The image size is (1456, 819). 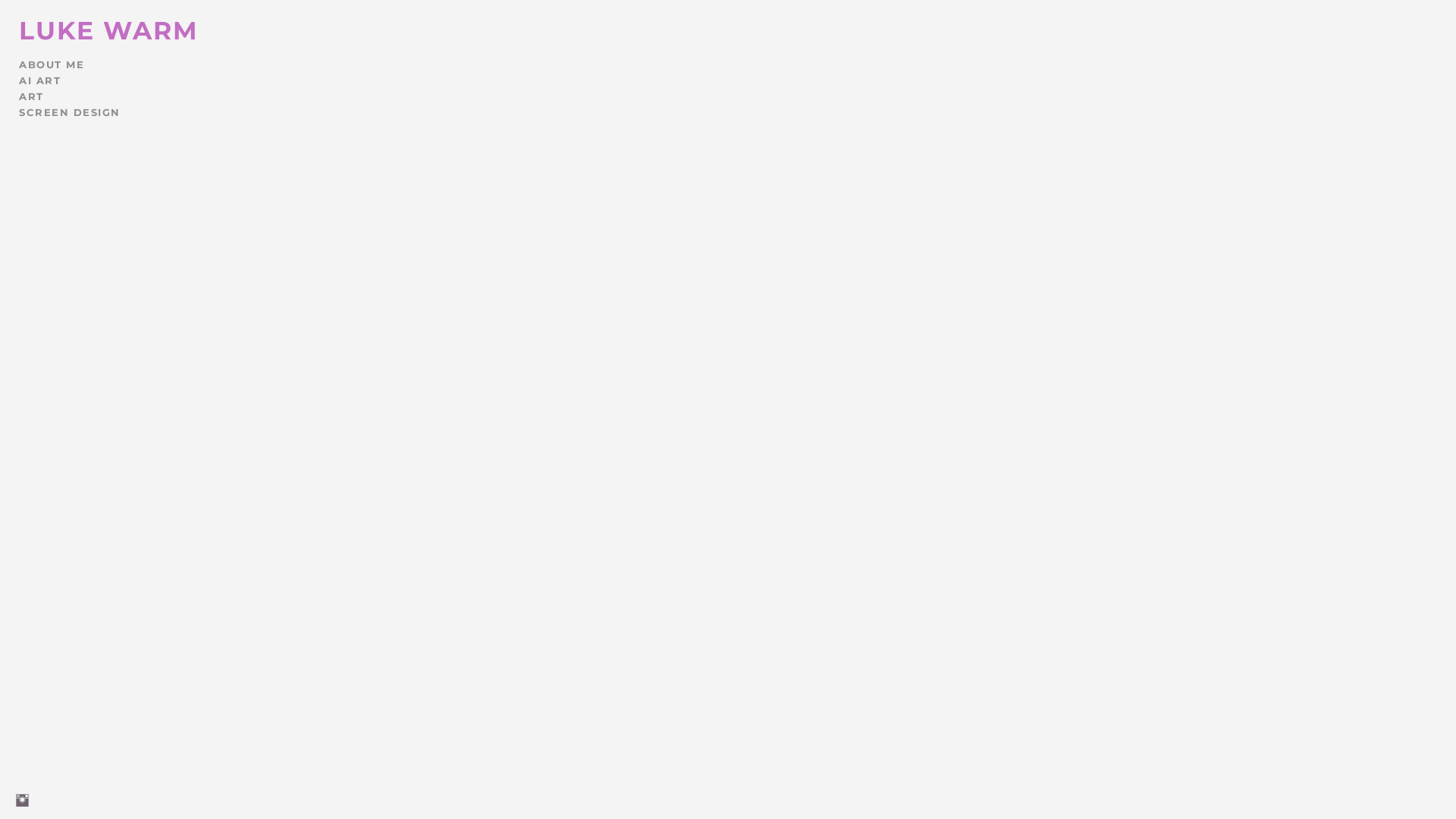 What do you see at coordinates (18, 96) in the screenshot?
I see `'ART'` at bounding box center [18, 96].